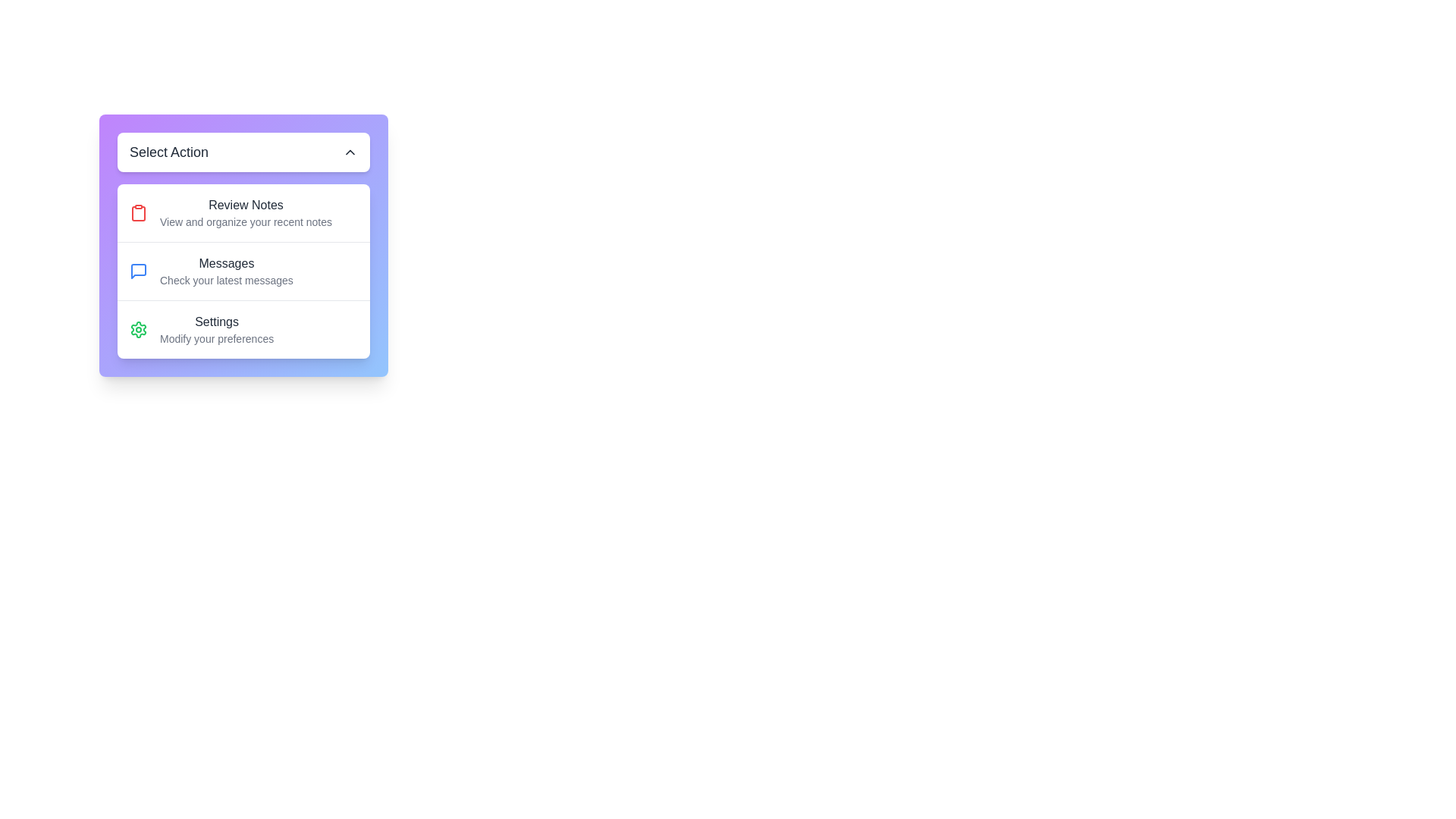  Describe the element at coordinates (138, 329) in the screenshot. I see `the small green settings gear icon located on the left side in the 'Settings' row of a vertical list` at that location.